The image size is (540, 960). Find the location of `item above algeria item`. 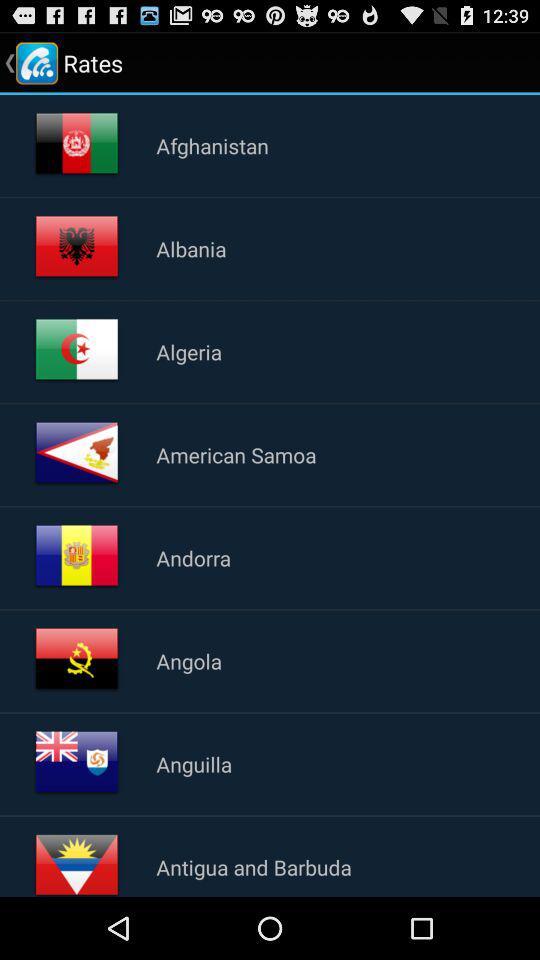

item above algeria item is located at coordinates (191, 247).